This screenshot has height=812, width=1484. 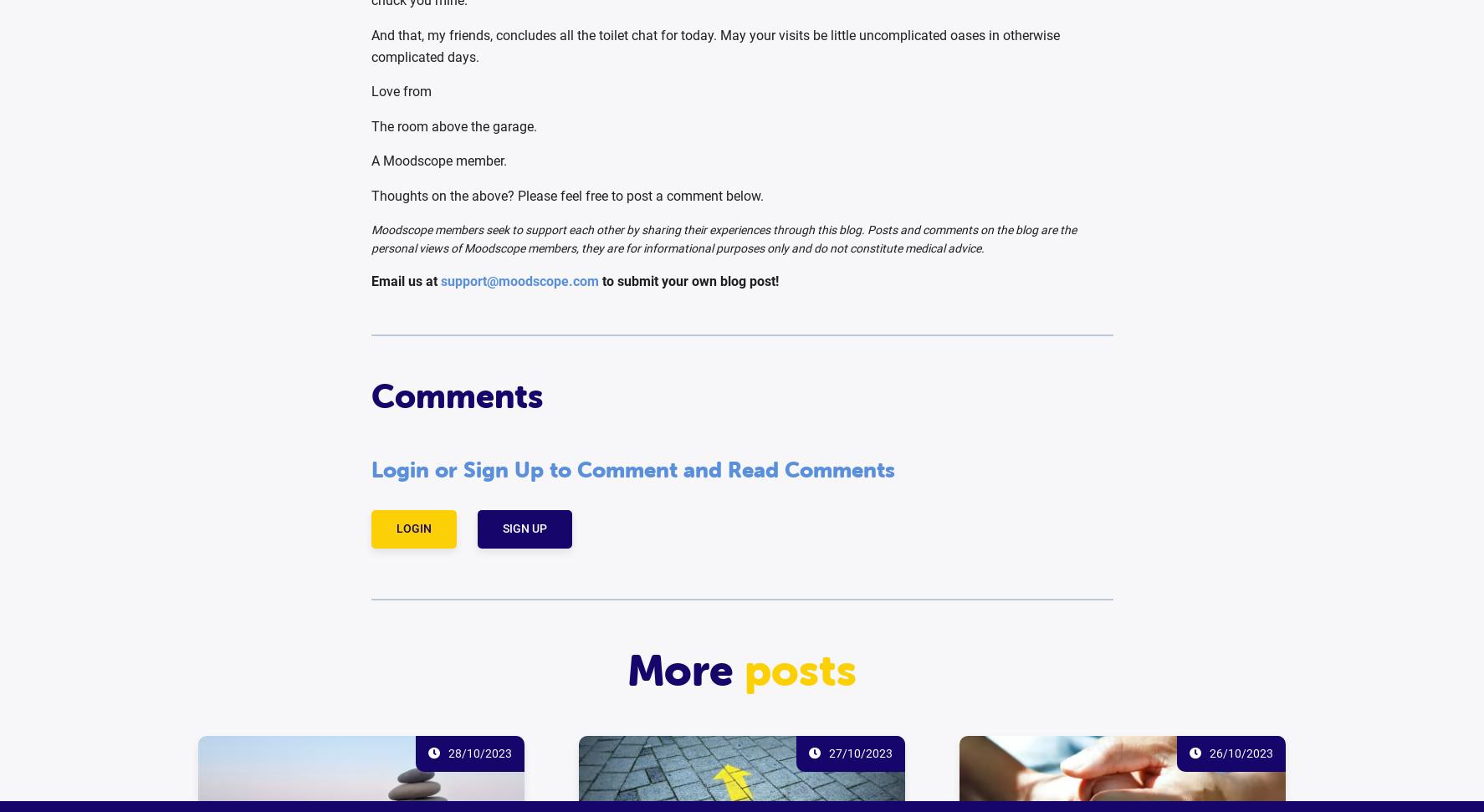 I want to click on 'And that, my friends, concludes all the toilet chat for today. May your visits be little uncomplicated oases in otherwise complicated days.', so click(x=369, y=45).